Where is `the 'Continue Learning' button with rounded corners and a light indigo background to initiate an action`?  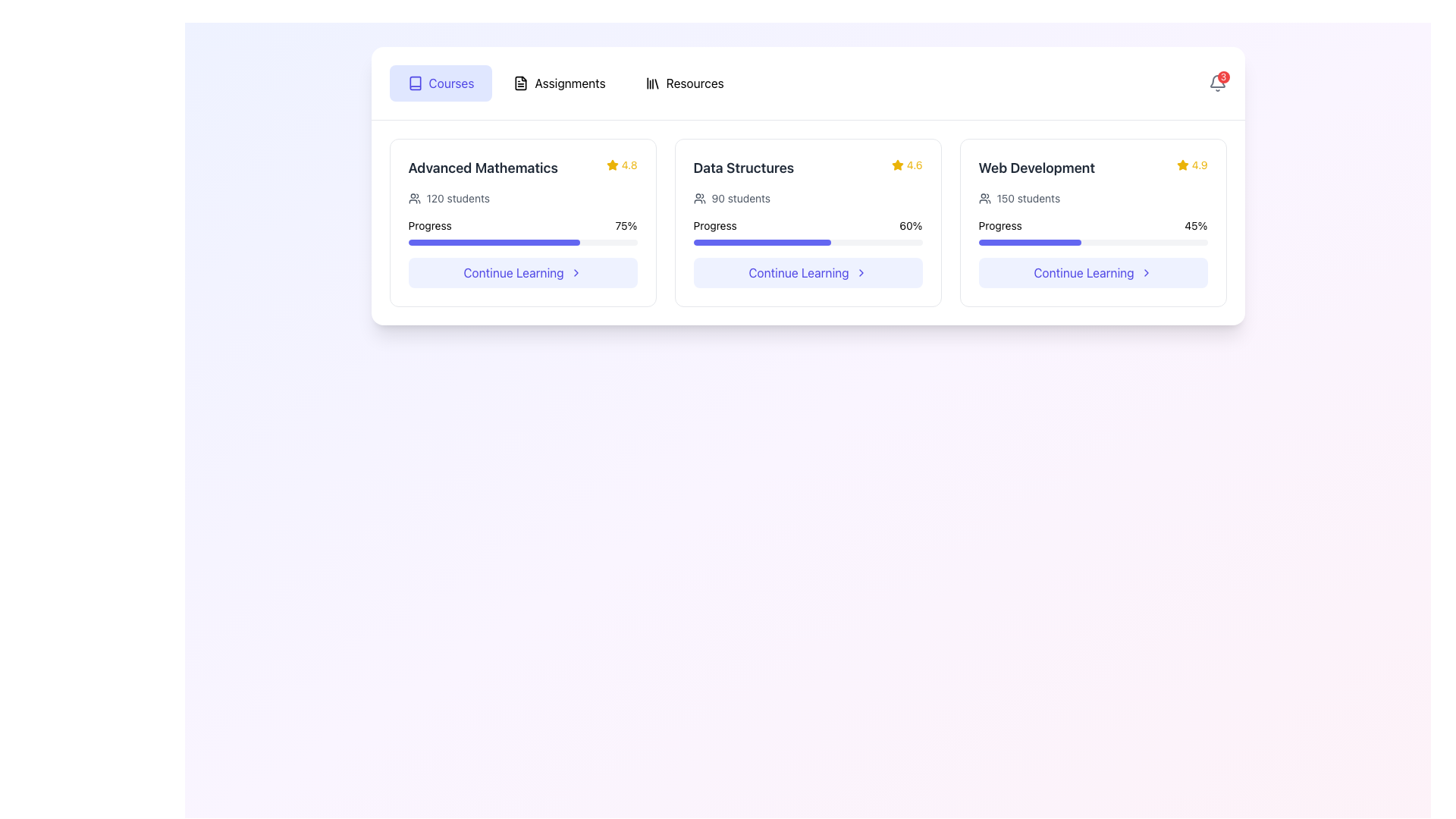 the 'Continue Learning' button with rounded corners and a light indigo background to initiate an action is located at coordinates (1093, 271).